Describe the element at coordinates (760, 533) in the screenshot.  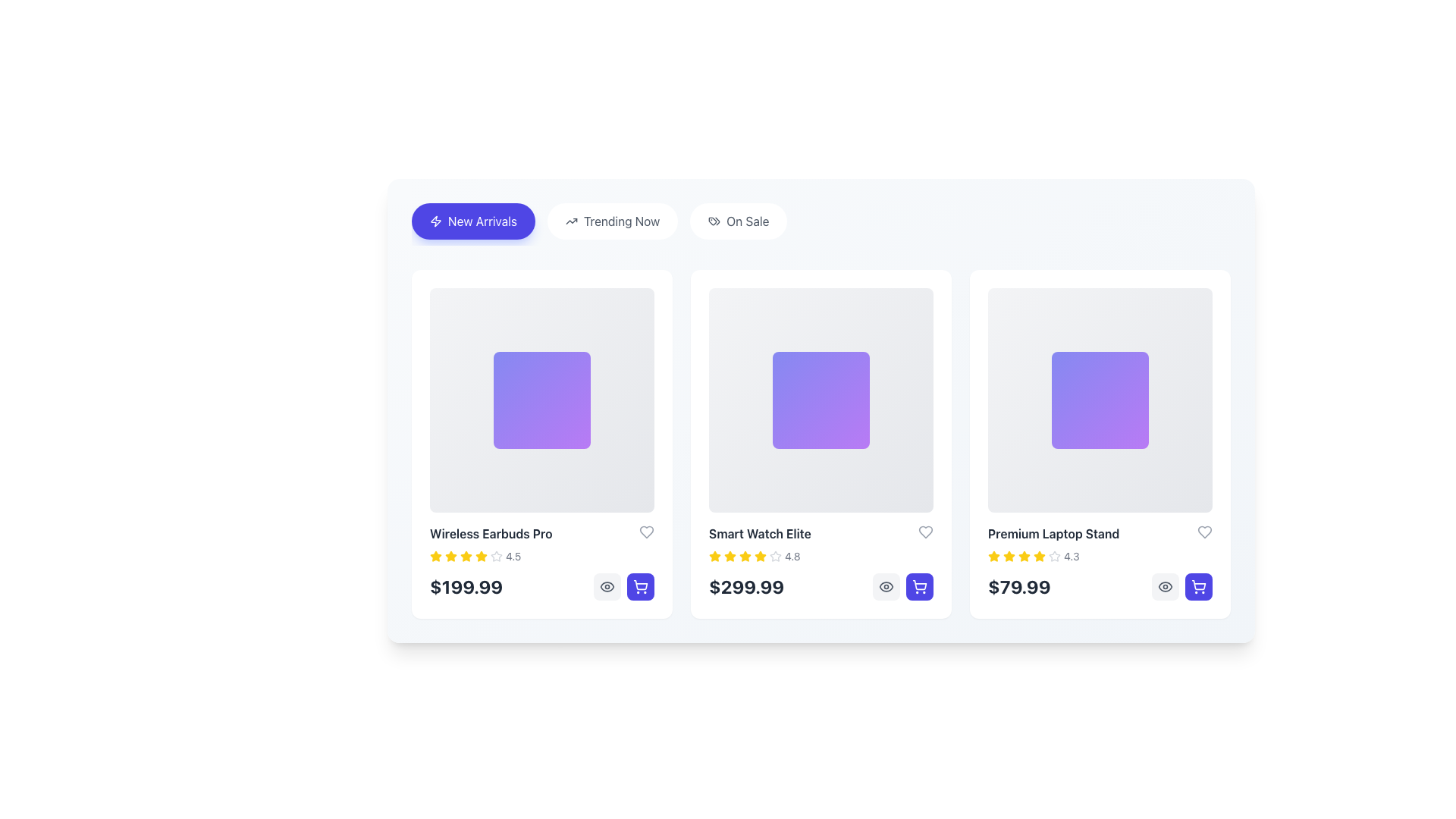
I see `the 'Smart Watch Elite' label` at that location.